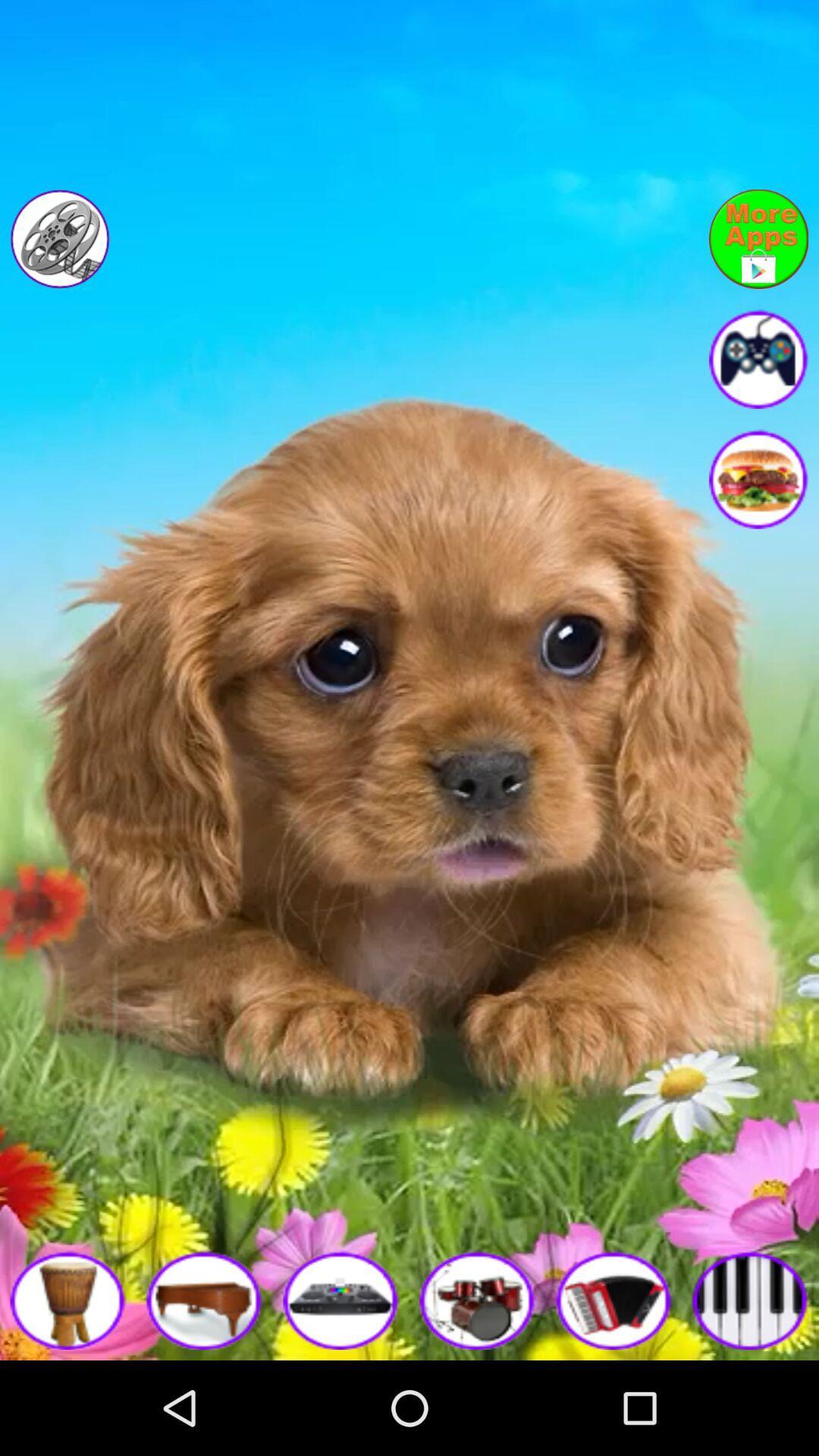  Describe the element at coordinates (205, 1299) in the screenshot. I see `the music` at that location.